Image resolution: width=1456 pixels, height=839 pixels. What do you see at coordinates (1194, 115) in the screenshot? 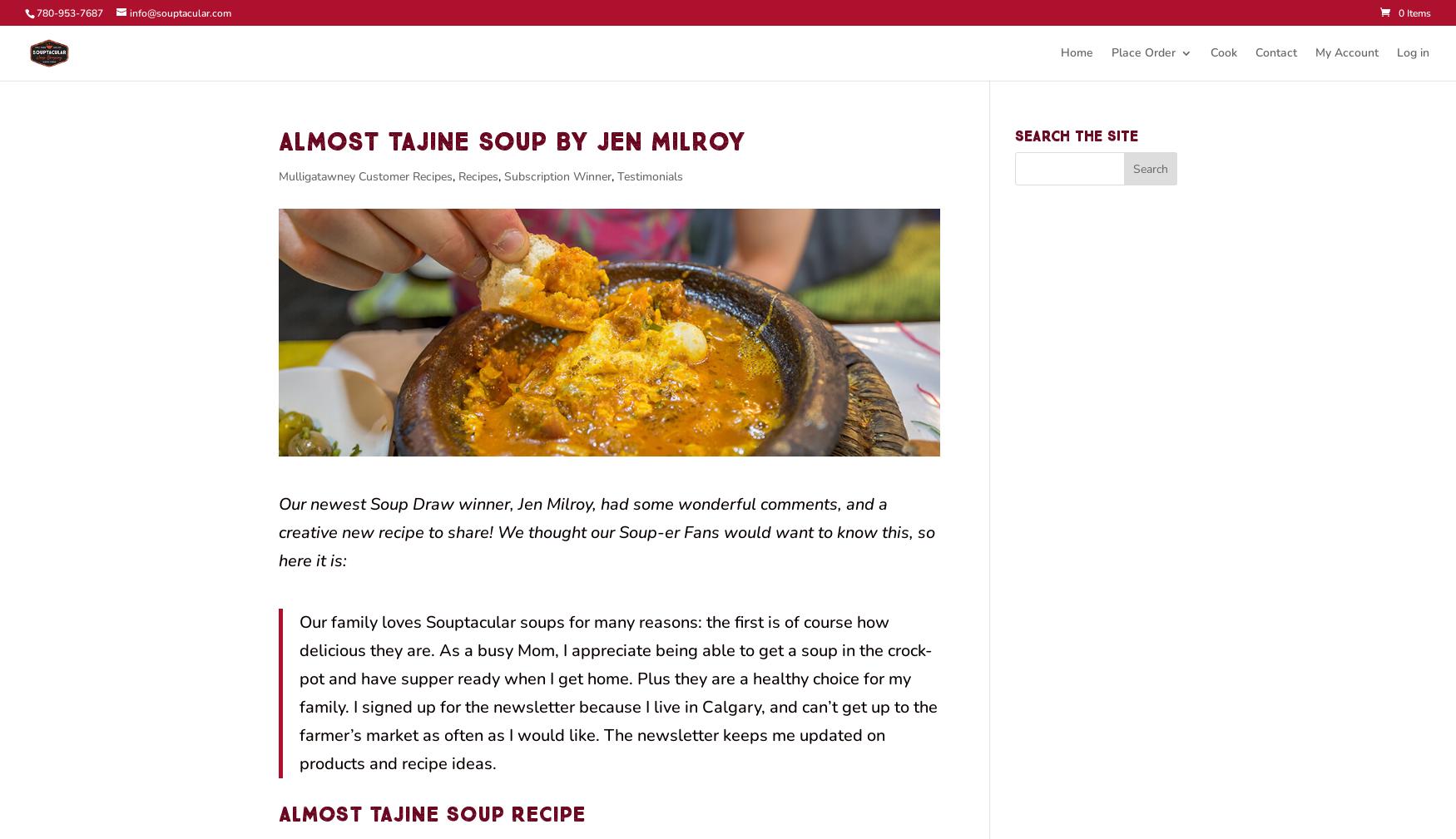
I see `'Pay For Your Order'` at bounding box center [1194, 115].